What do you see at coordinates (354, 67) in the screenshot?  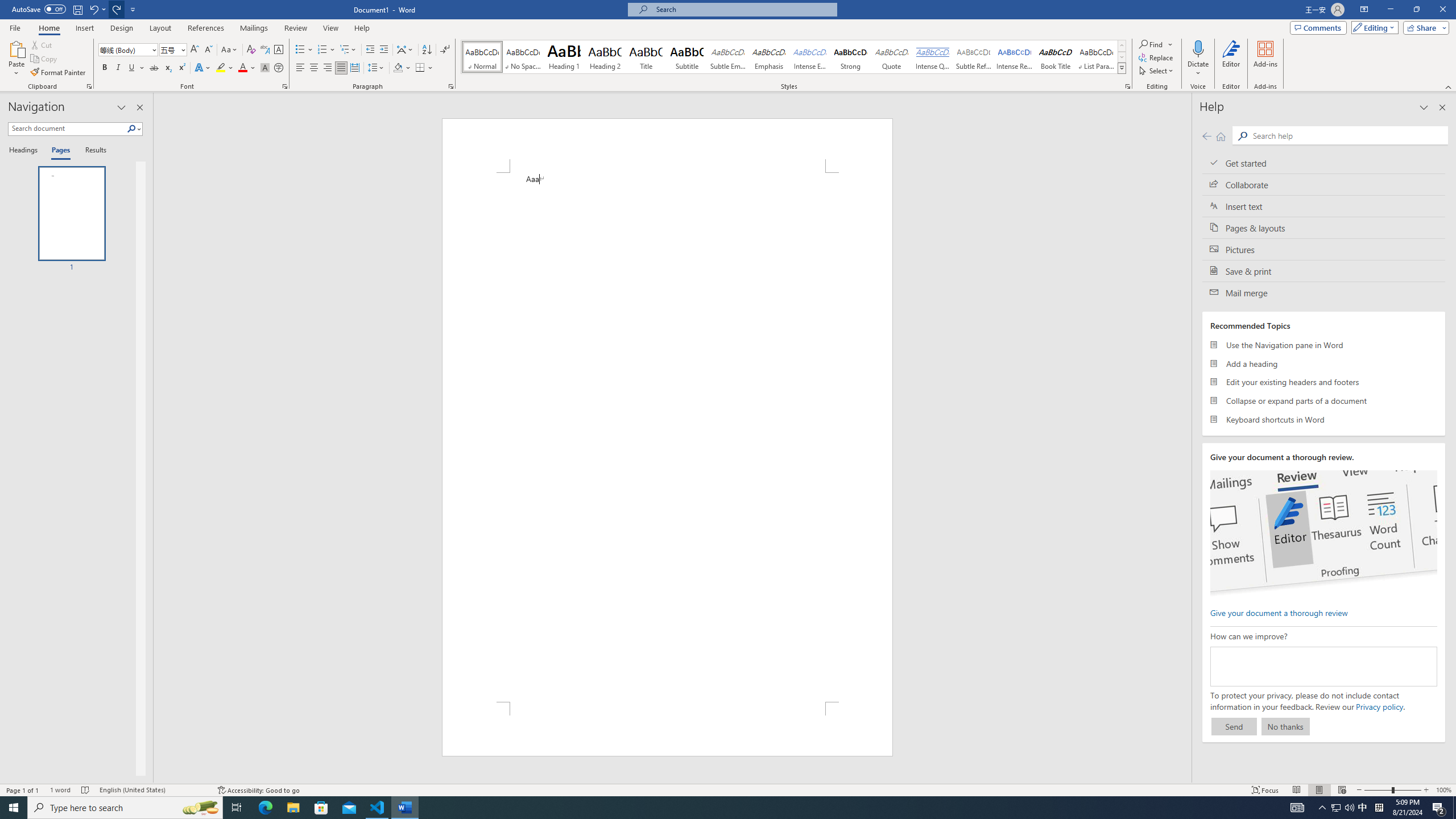 I see `'Distributed'` at bounding box center [354, 67].